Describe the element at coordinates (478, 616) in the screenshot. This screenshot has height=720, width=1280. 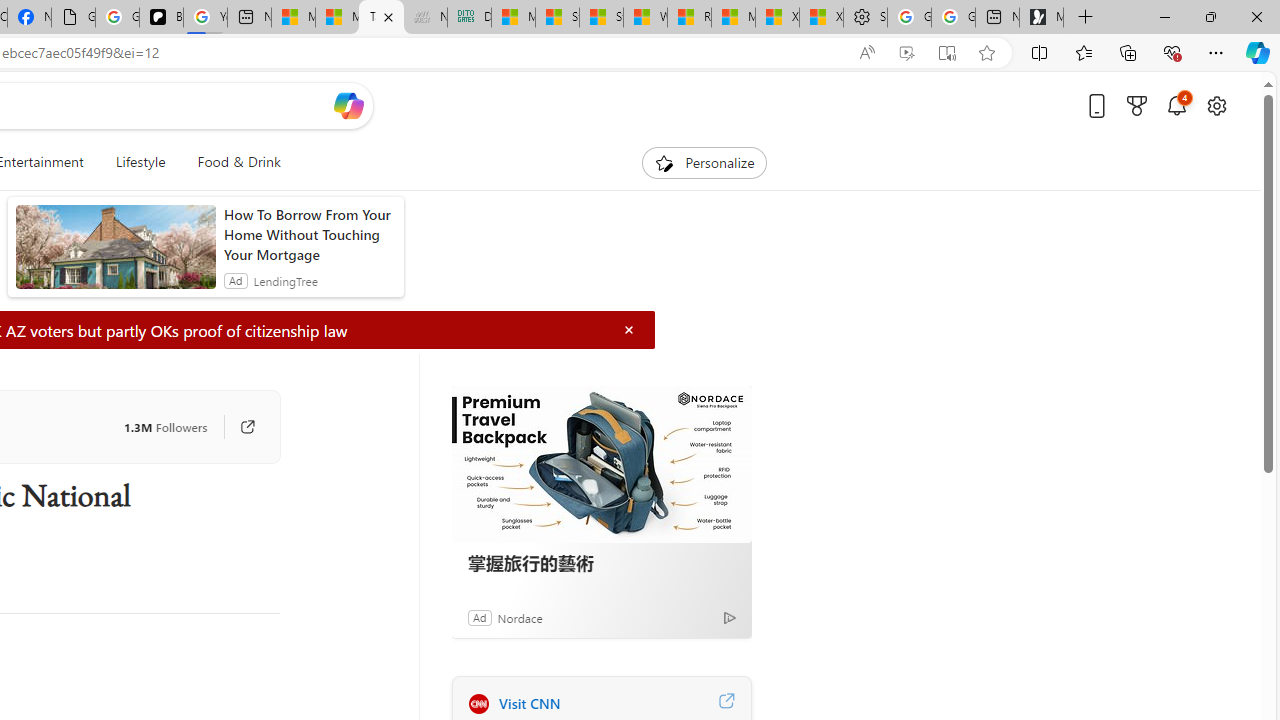
I see `'Ad'` at that location.